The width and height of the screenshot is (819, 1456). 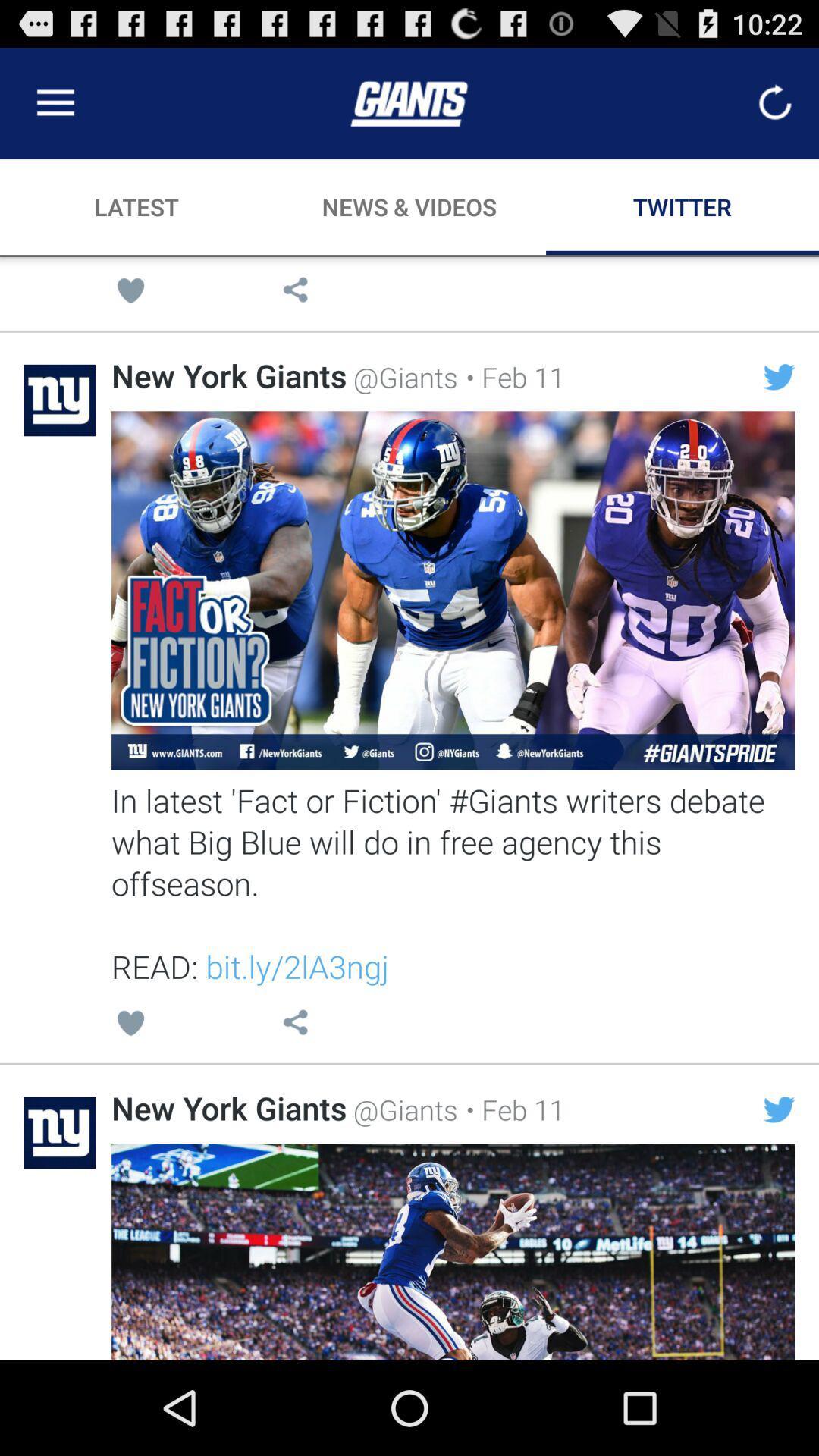 I want to click on icon above the latest item, so click(x=55, y=102).